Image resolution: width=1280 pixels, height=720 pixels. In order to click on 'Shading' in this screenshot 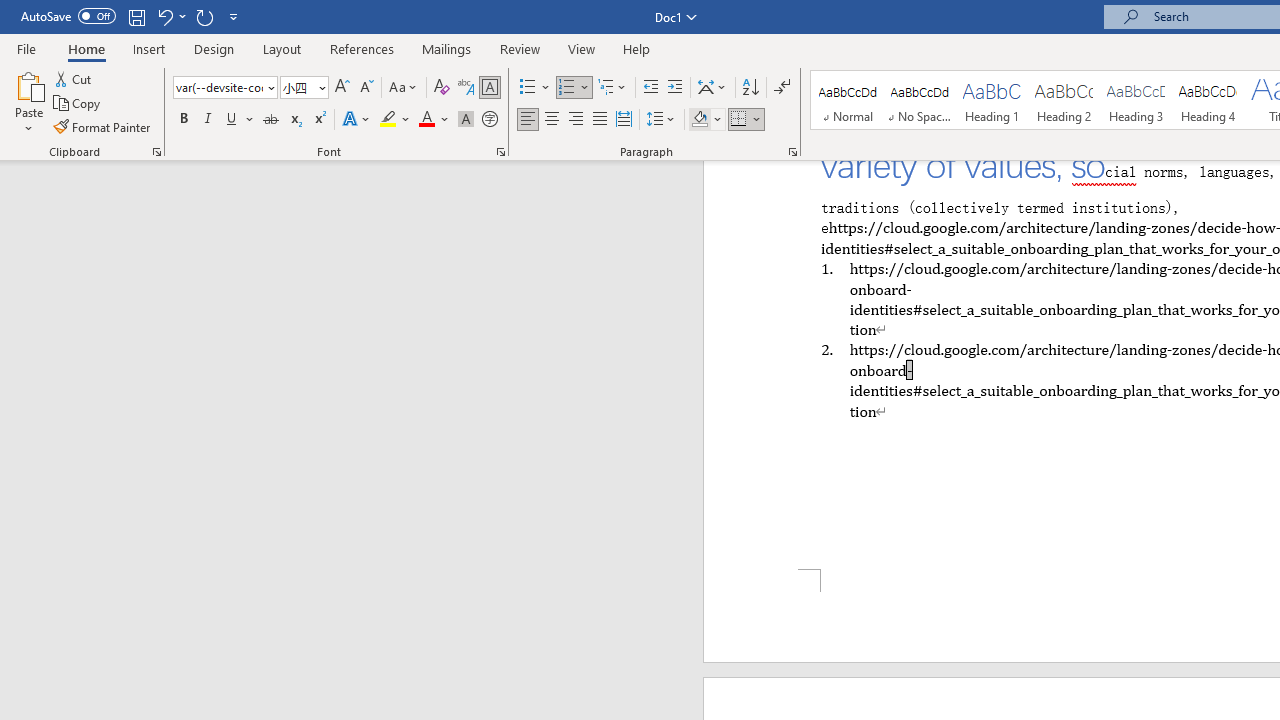, I will do `click(707, 119)`.